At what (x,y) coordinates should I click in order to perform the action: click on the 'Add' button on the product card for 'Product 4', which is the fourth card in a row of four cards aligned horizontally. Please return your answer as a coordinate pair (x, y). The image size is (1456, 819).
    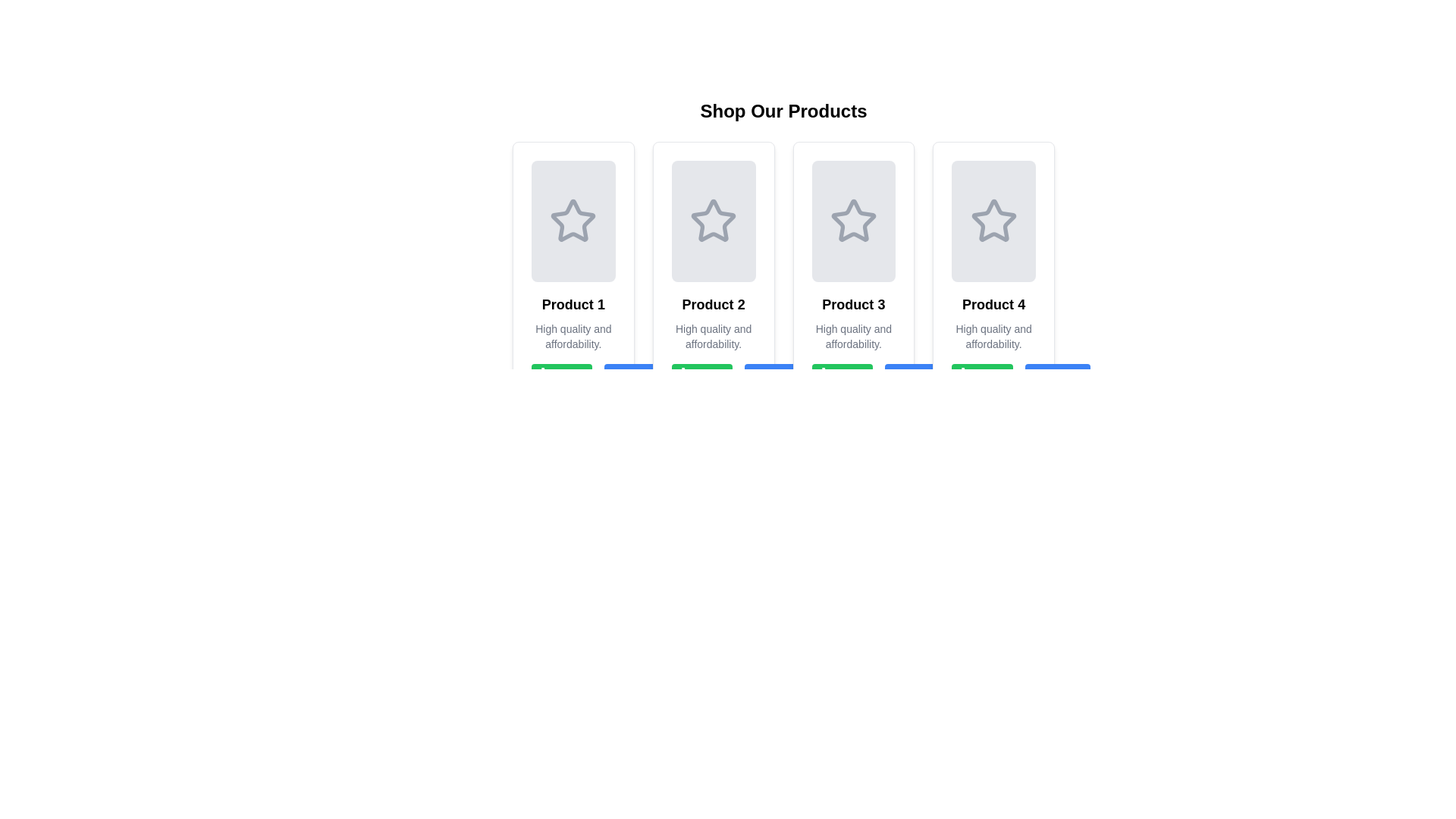
    Looking at the image, I should click on (993, 275).